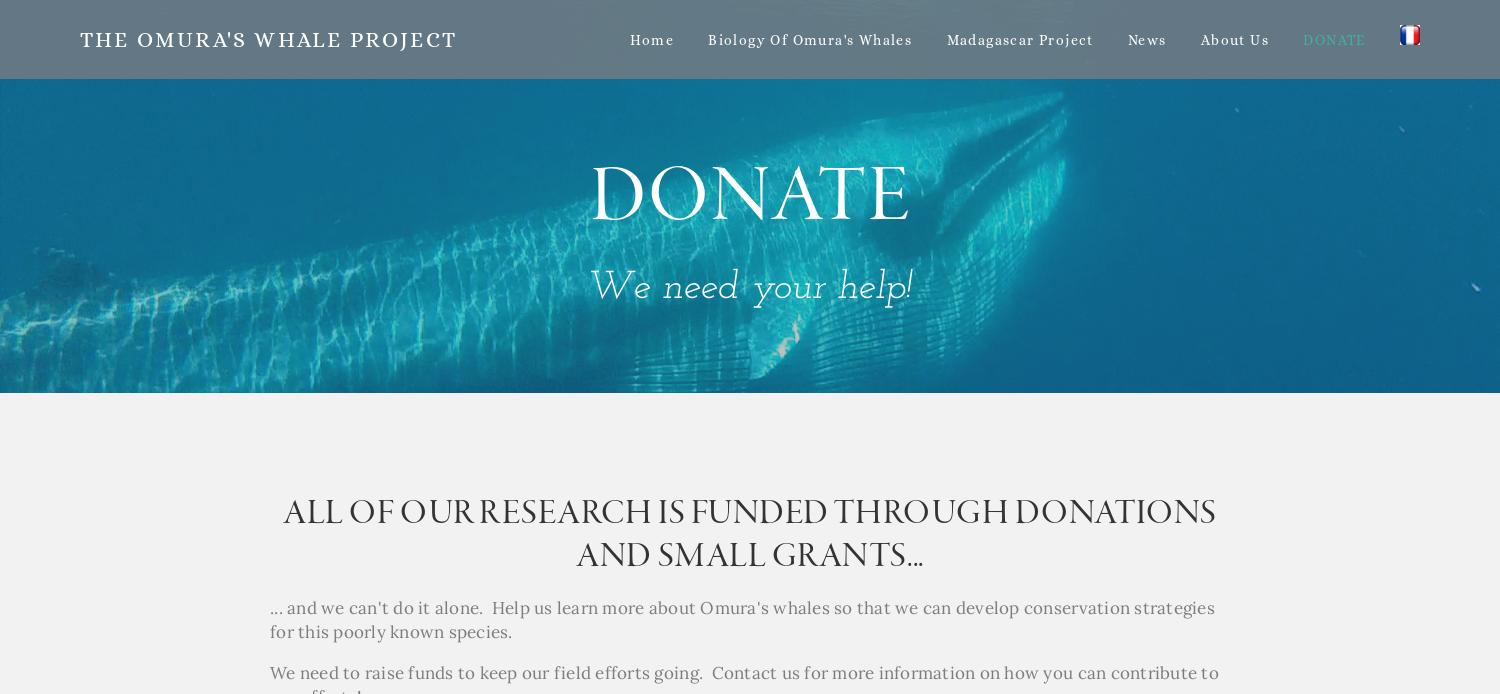 This screenshot has height=694, width=1500. I want to click on '... and we can't do it alone.  Help us learn more about Omura's whales so that we can develop conservation strategies for this poorly known species.', so click(743, 619).